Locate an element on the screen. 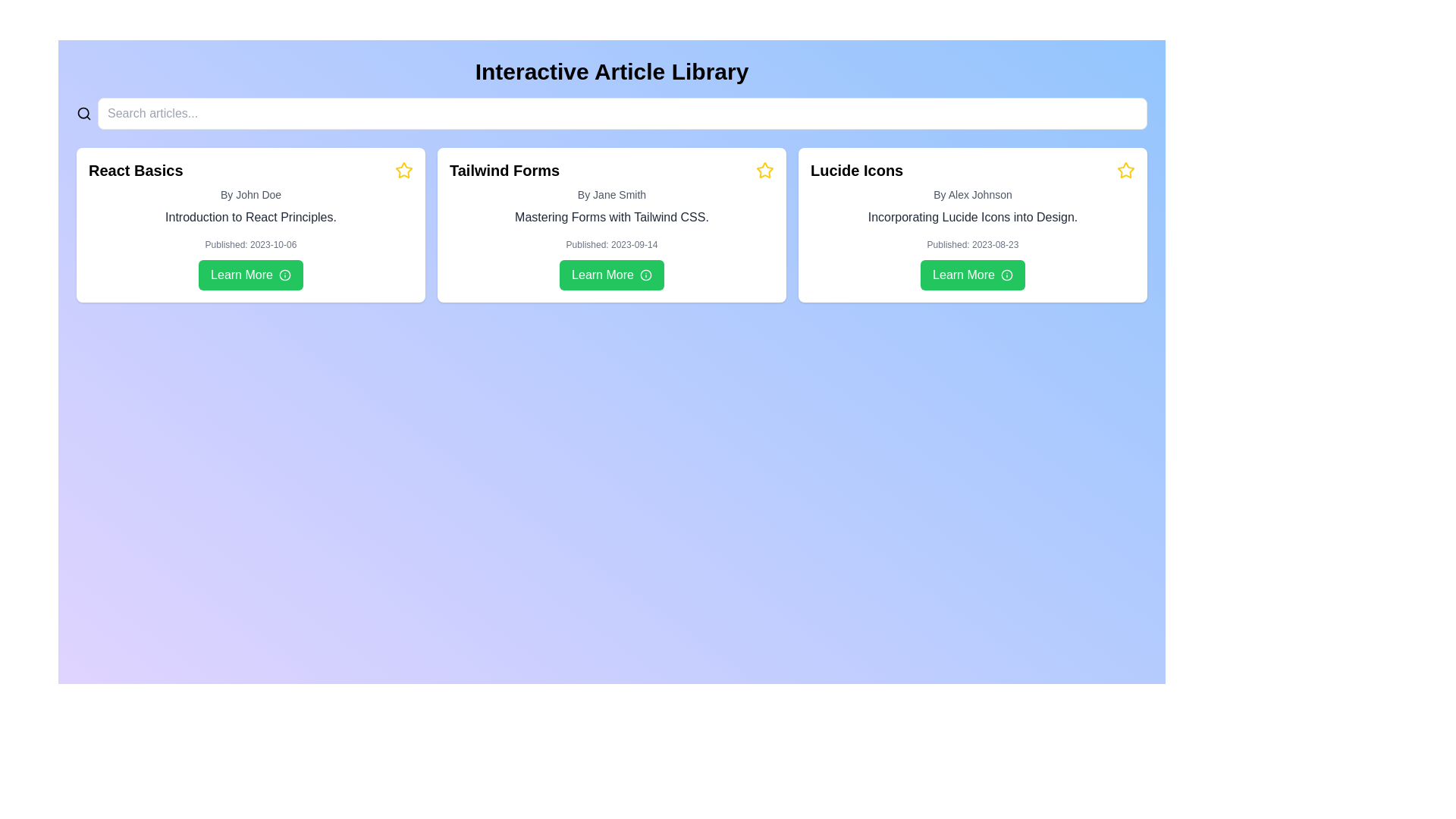 This screenshot has height=819, width=1456. the title text label located at the top section of the rightmost article card, which is the first element among its siblings and positioned to the left of a yellow star icon is located at coordinates (857, 170).